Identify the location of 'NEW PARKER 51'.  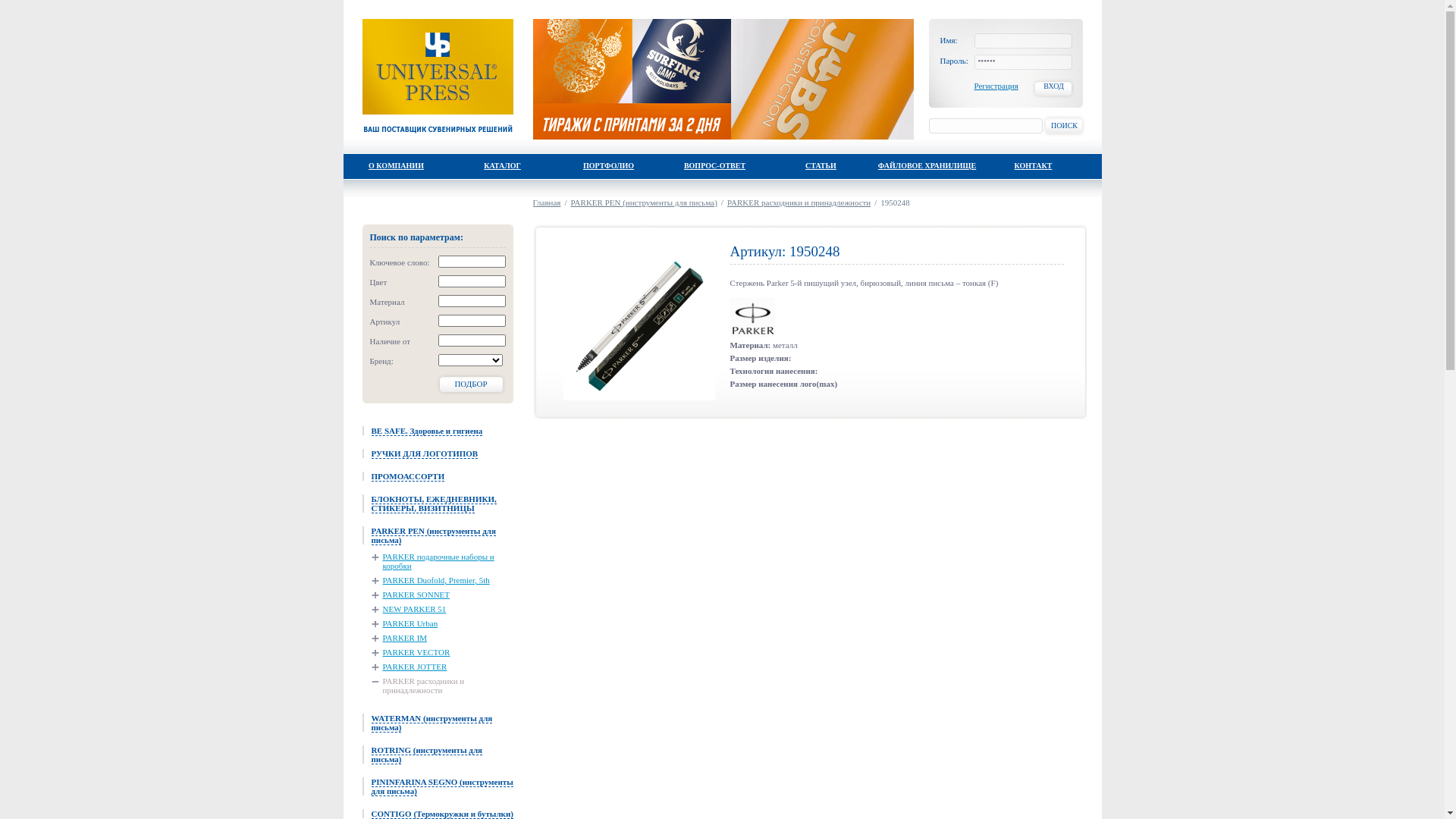
(409, 607).